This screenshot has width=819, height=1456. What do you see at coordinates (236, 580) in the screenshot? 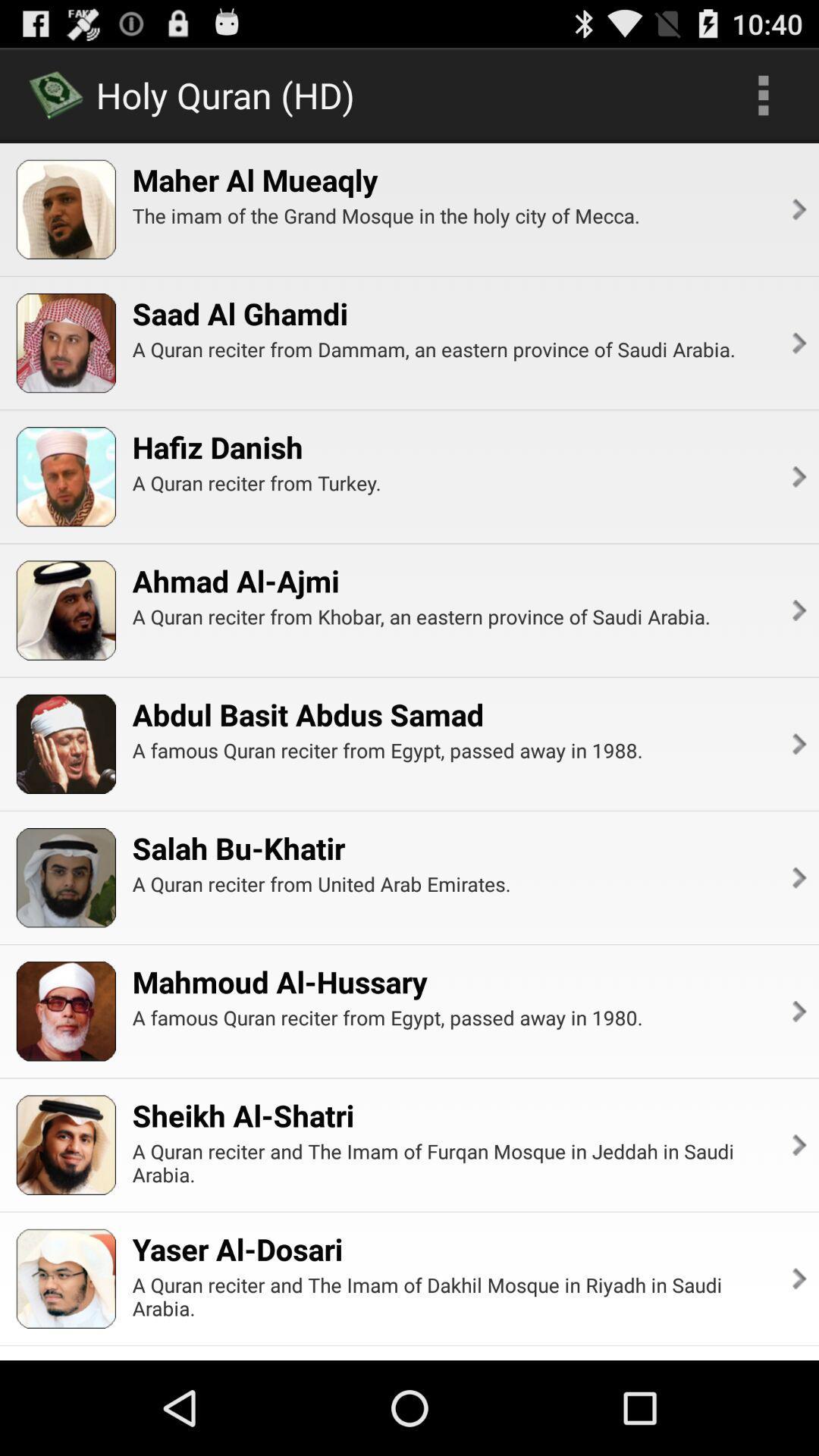
I see `the ahmad al-ajmi app` at bounding box center [236, 580].